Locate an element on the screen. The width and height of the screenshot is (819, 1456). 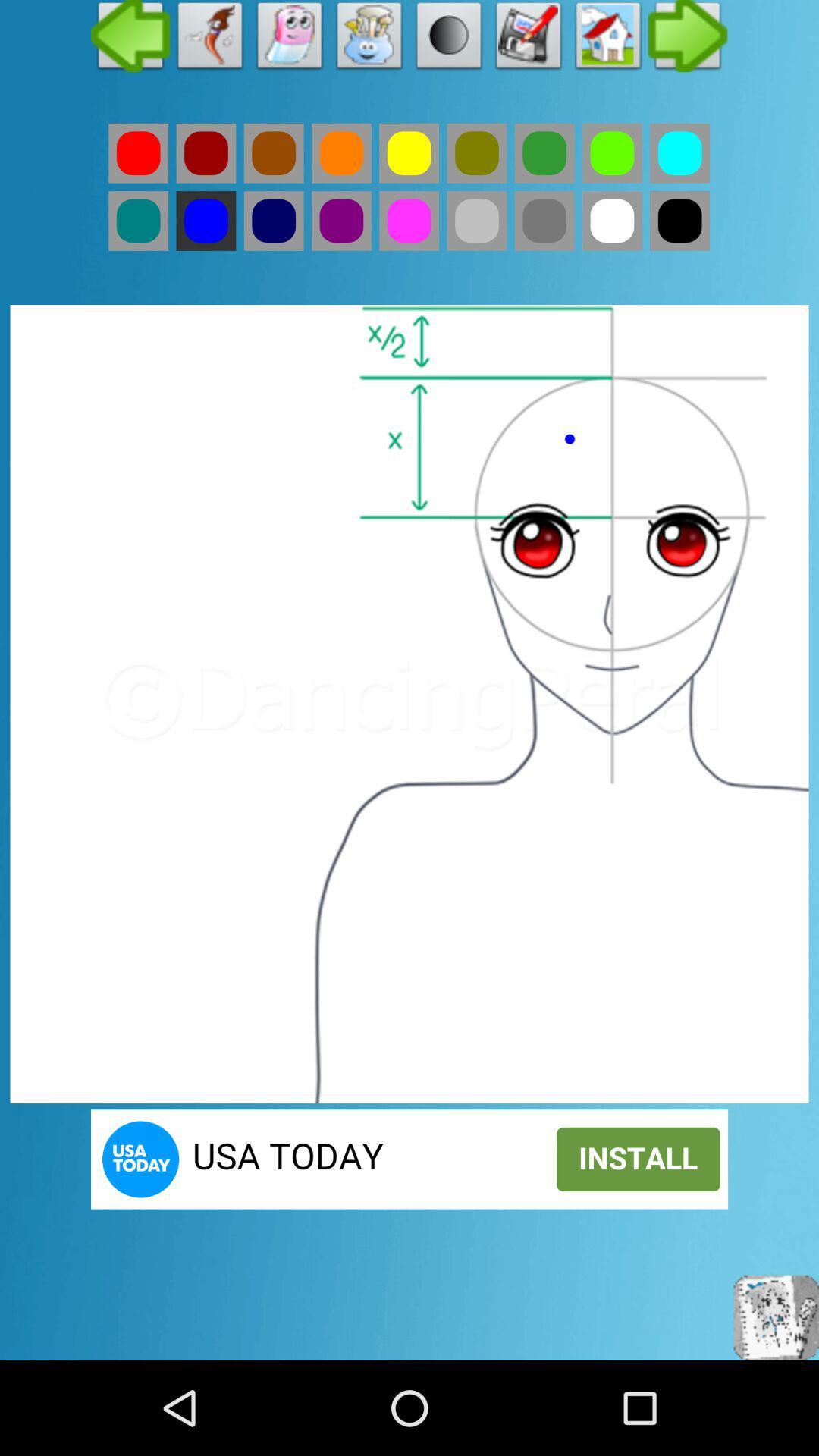
open brush menu is located at coordinates (369, 39).